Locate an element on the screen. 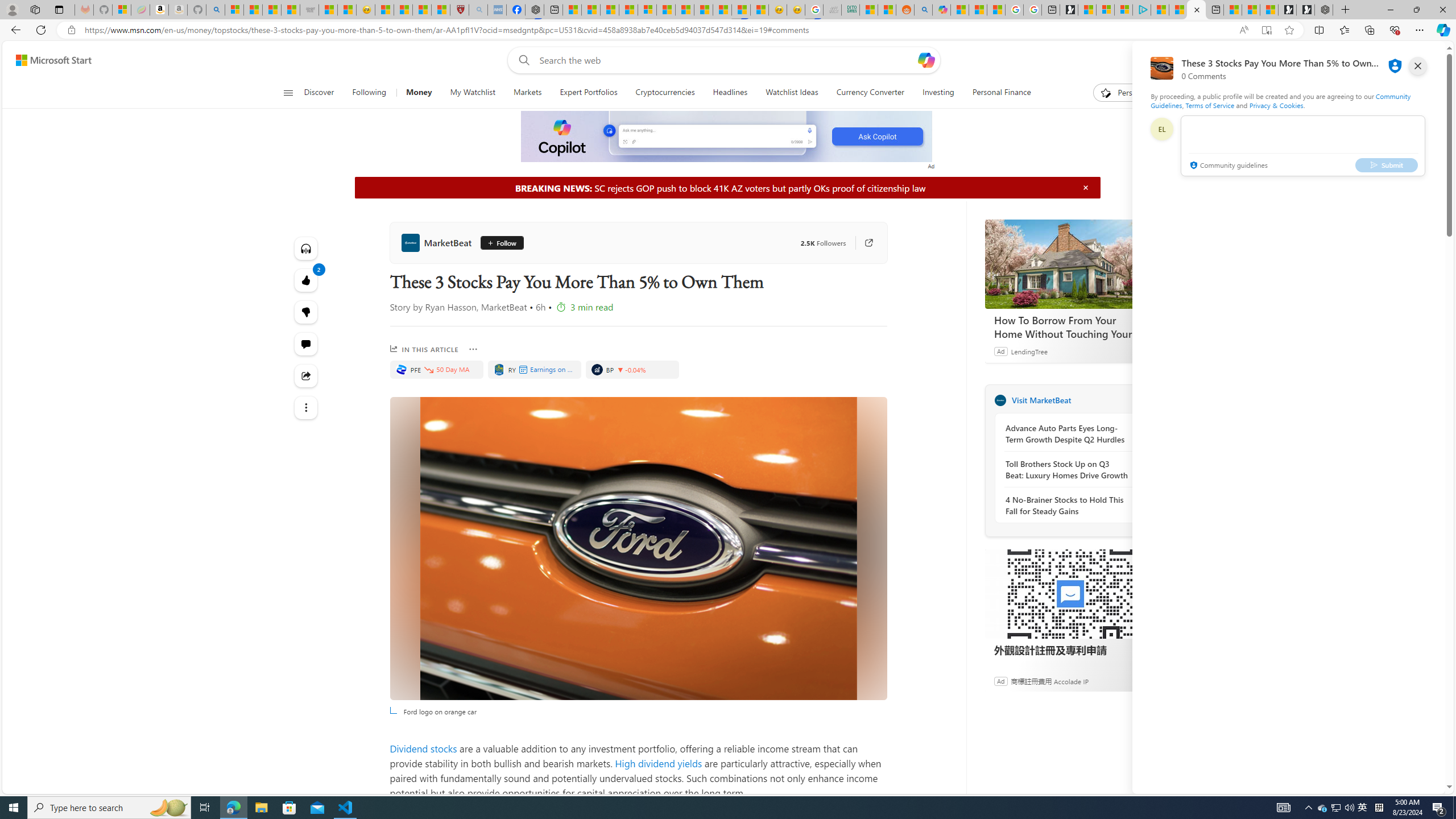  'ROYAL BANK OF CANADA' is located at coordinates (499, 369).